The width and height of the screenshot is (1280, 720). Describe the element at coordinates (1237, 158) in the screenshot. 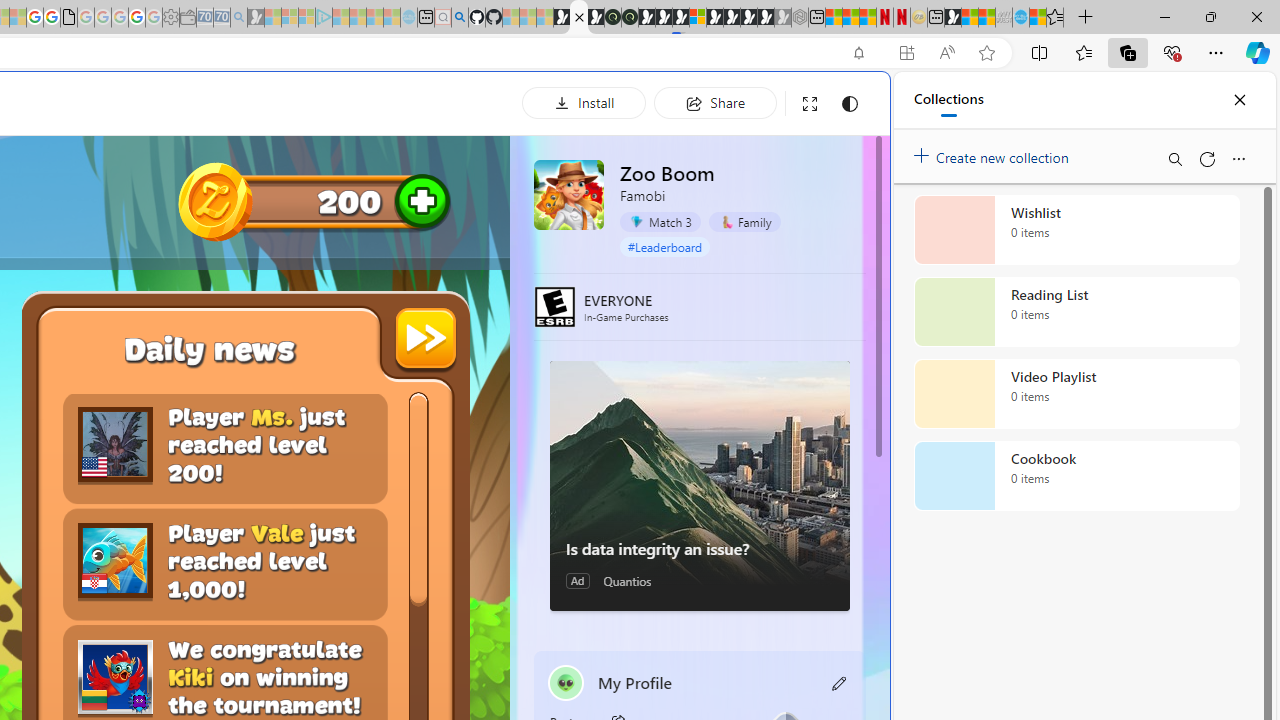

I see `'More options menu'` at that location.